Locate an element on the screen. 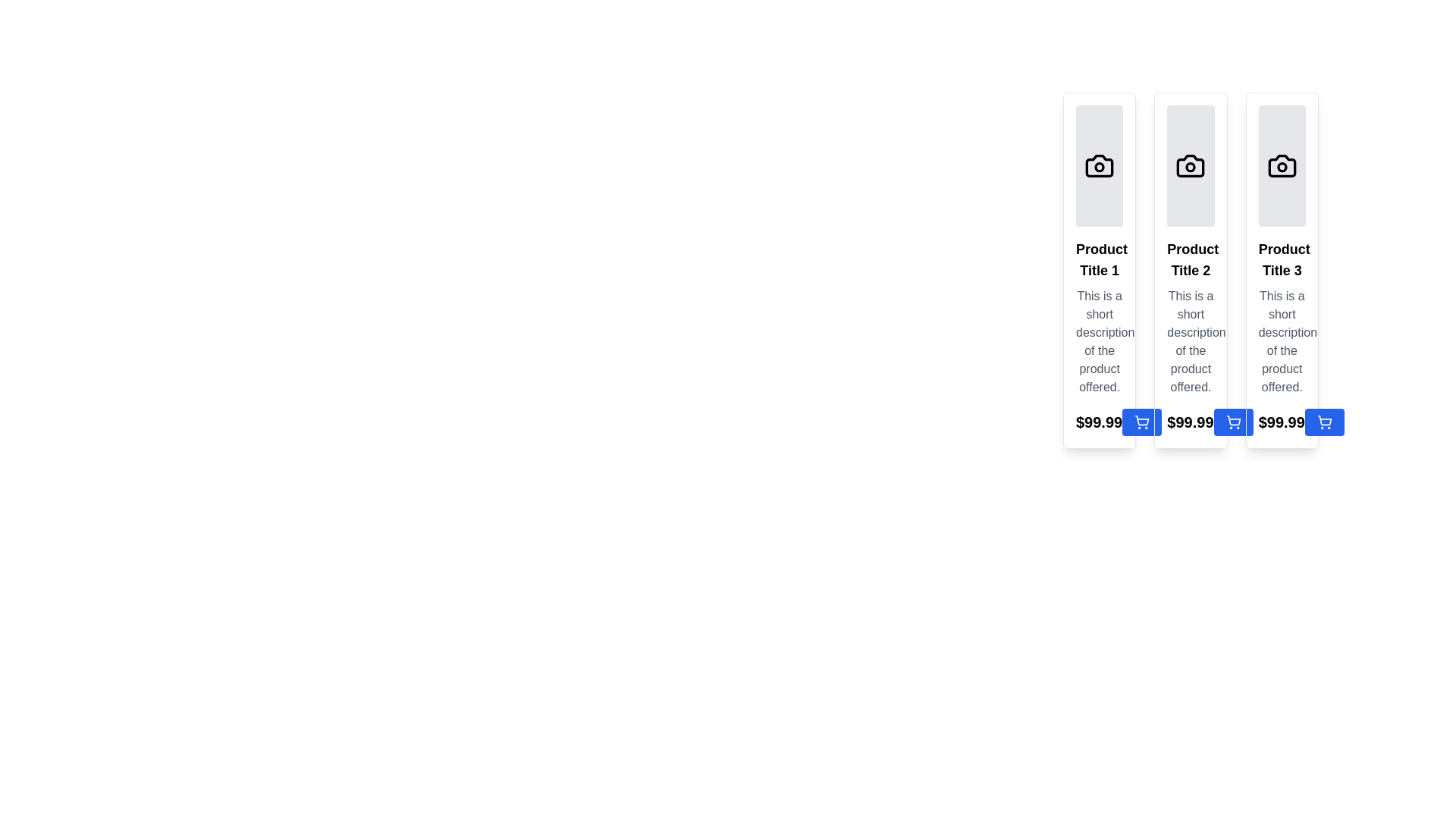  the button located in the bottom-right corner of the second product card is located at coordinates (1142, 422).